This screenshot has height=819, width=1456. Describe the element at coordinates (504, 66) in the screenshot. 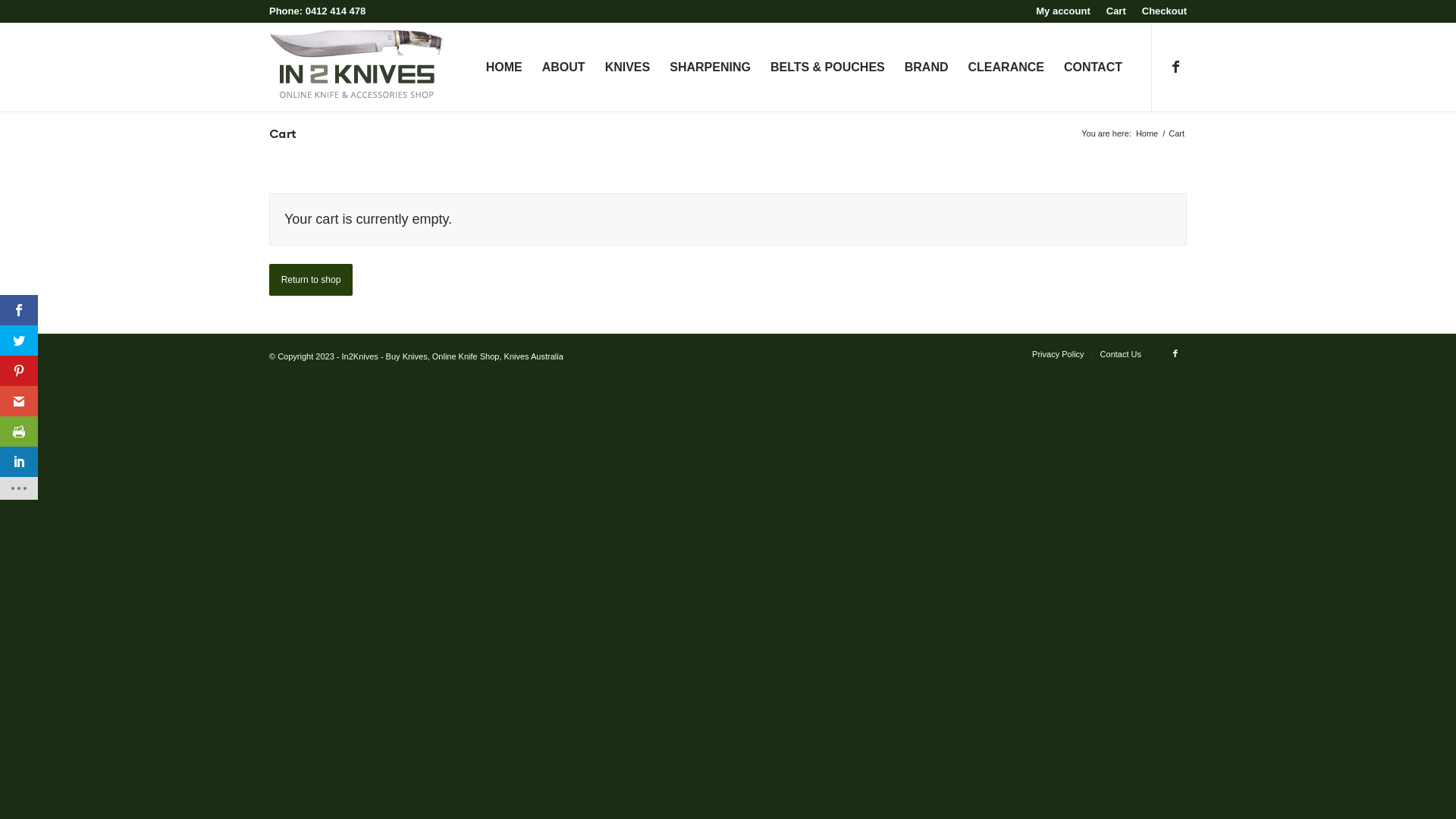

I see `'HOME'` at that location.